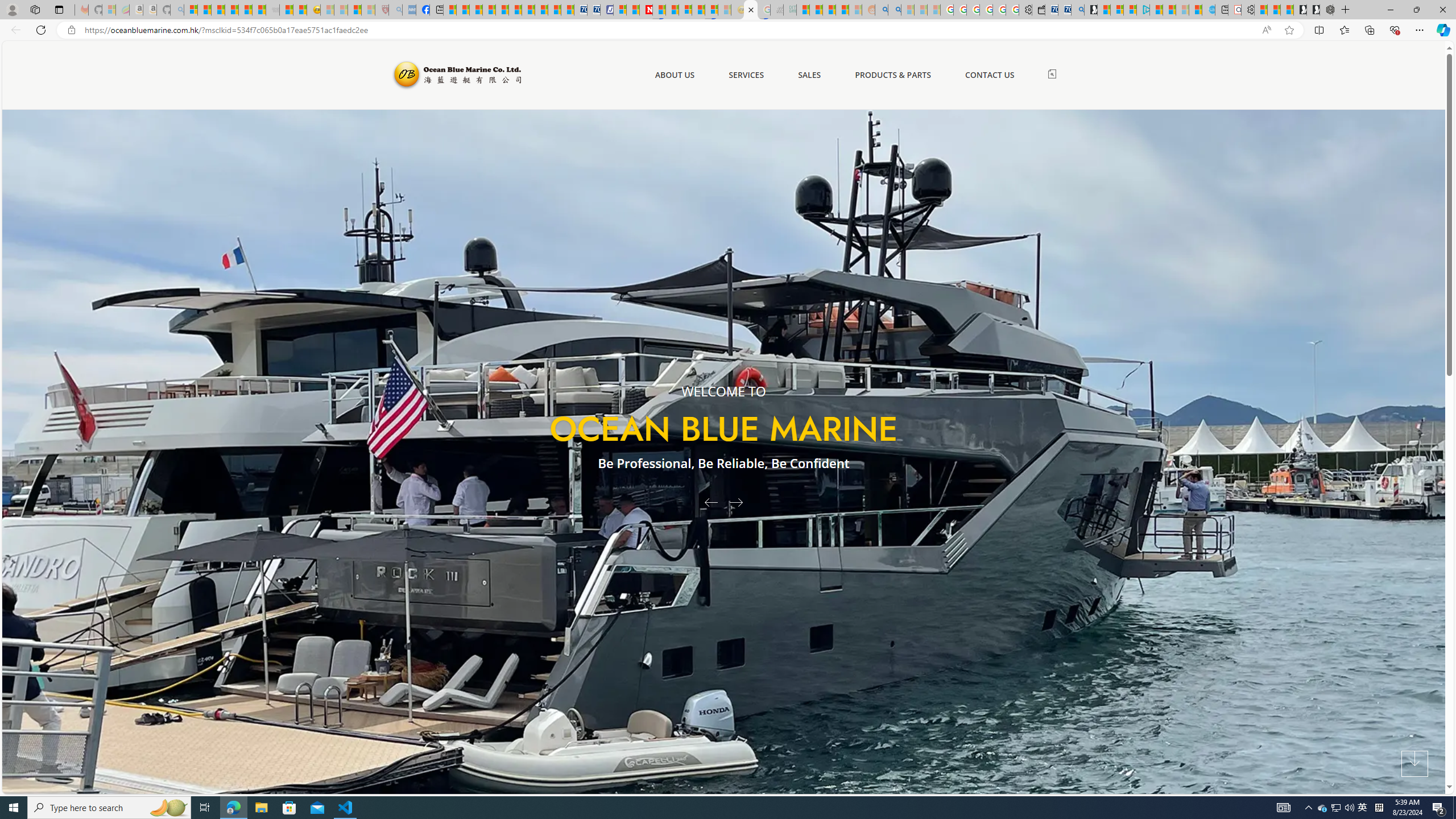 Image resolution: width=1456 pixels, height=819 pixels. Describe the element at coordinates (895, 9) in the screenshot. I see `'Utah sues federal government - Search'` at that location.